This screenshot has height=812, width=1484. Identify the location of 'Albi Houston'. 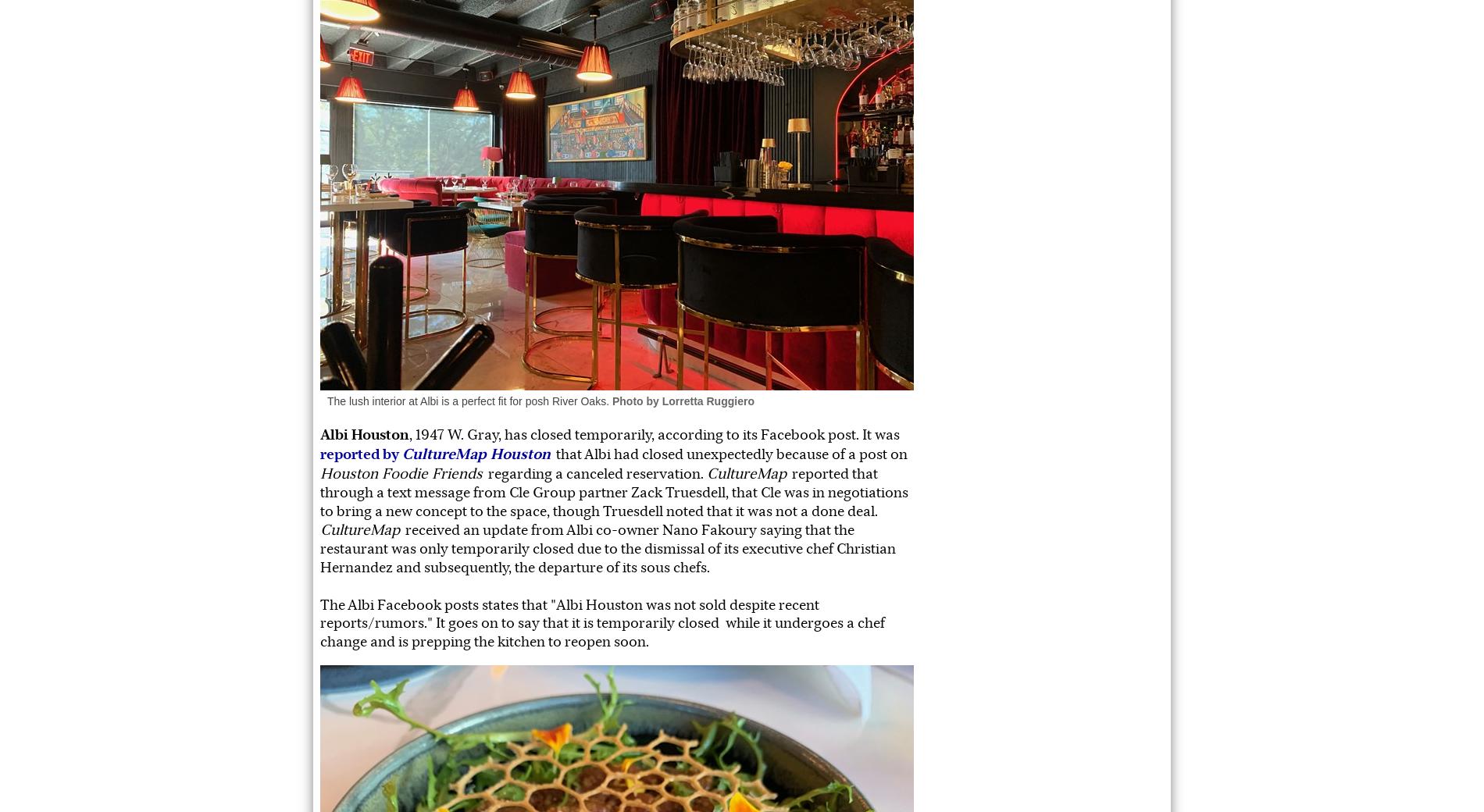
(364, 434).